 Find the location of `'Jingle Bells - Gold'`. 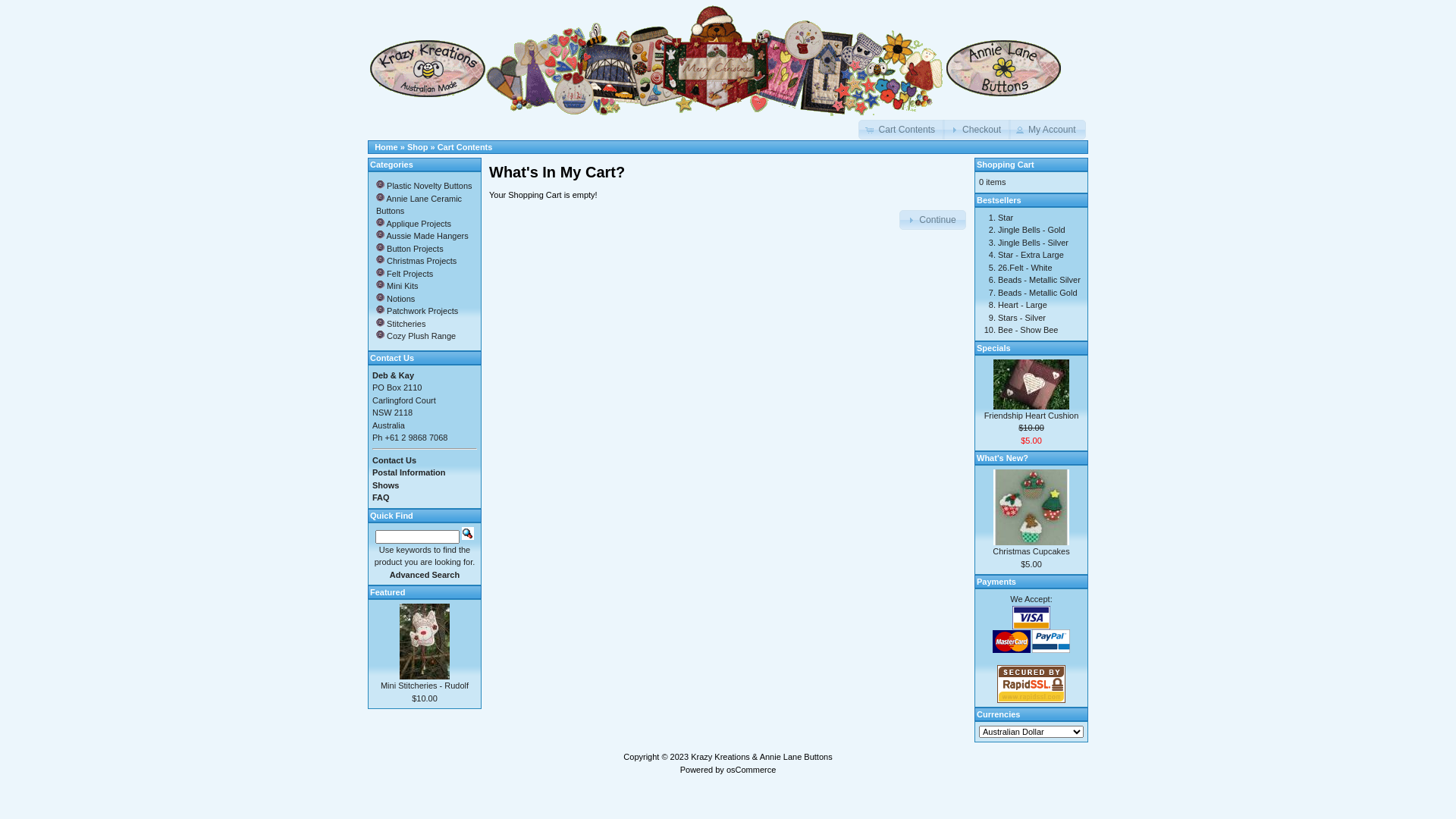

'Jingle Bells - Gold' is located at coordinates (1031, 230).